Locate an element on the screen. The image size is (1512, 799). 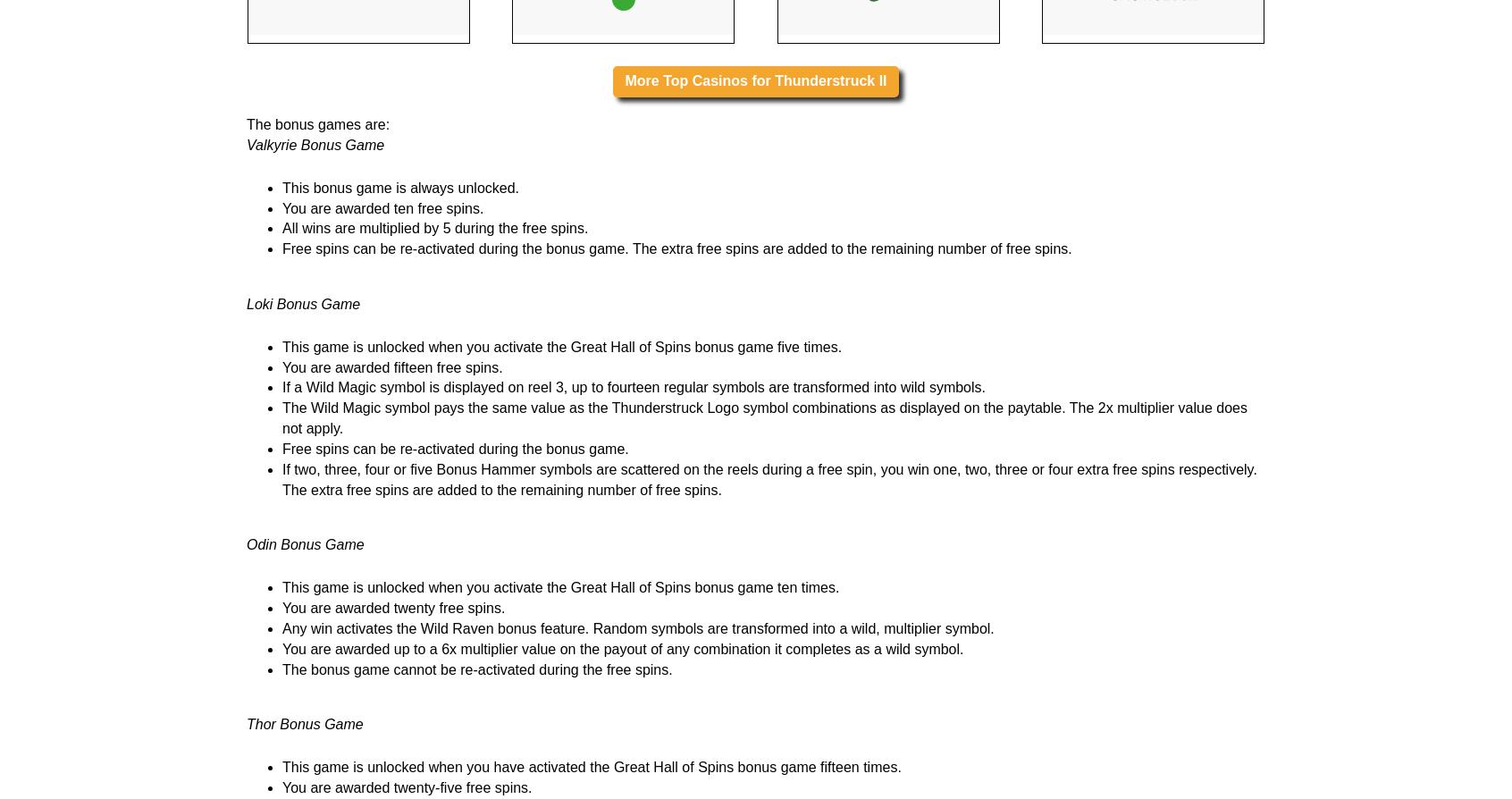
'You are awarded ten free spins.' is located at coordinates (382, 432).